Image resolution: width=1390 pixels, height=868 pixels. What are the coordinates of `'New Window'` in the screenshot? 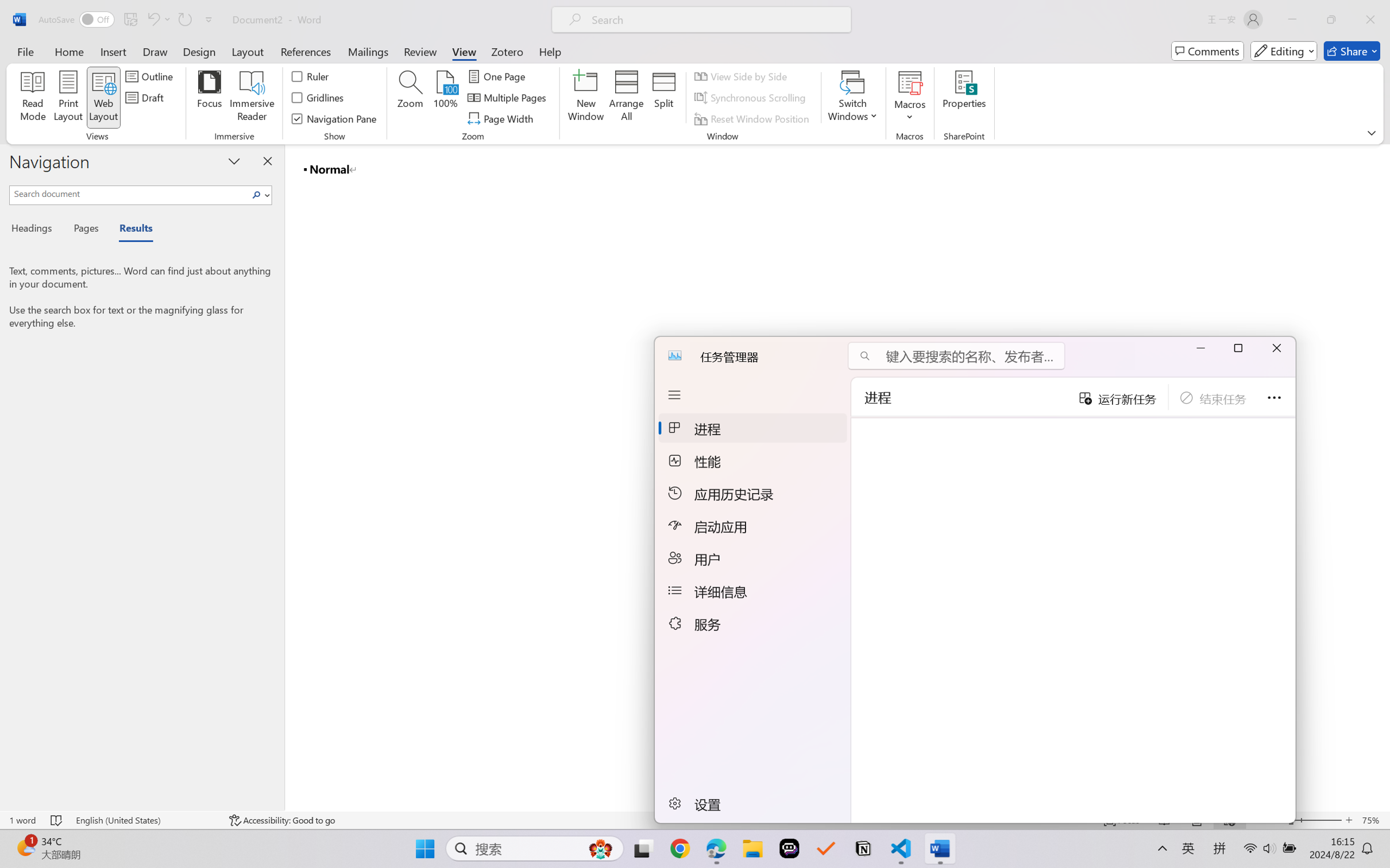 It's located at (586, 98).